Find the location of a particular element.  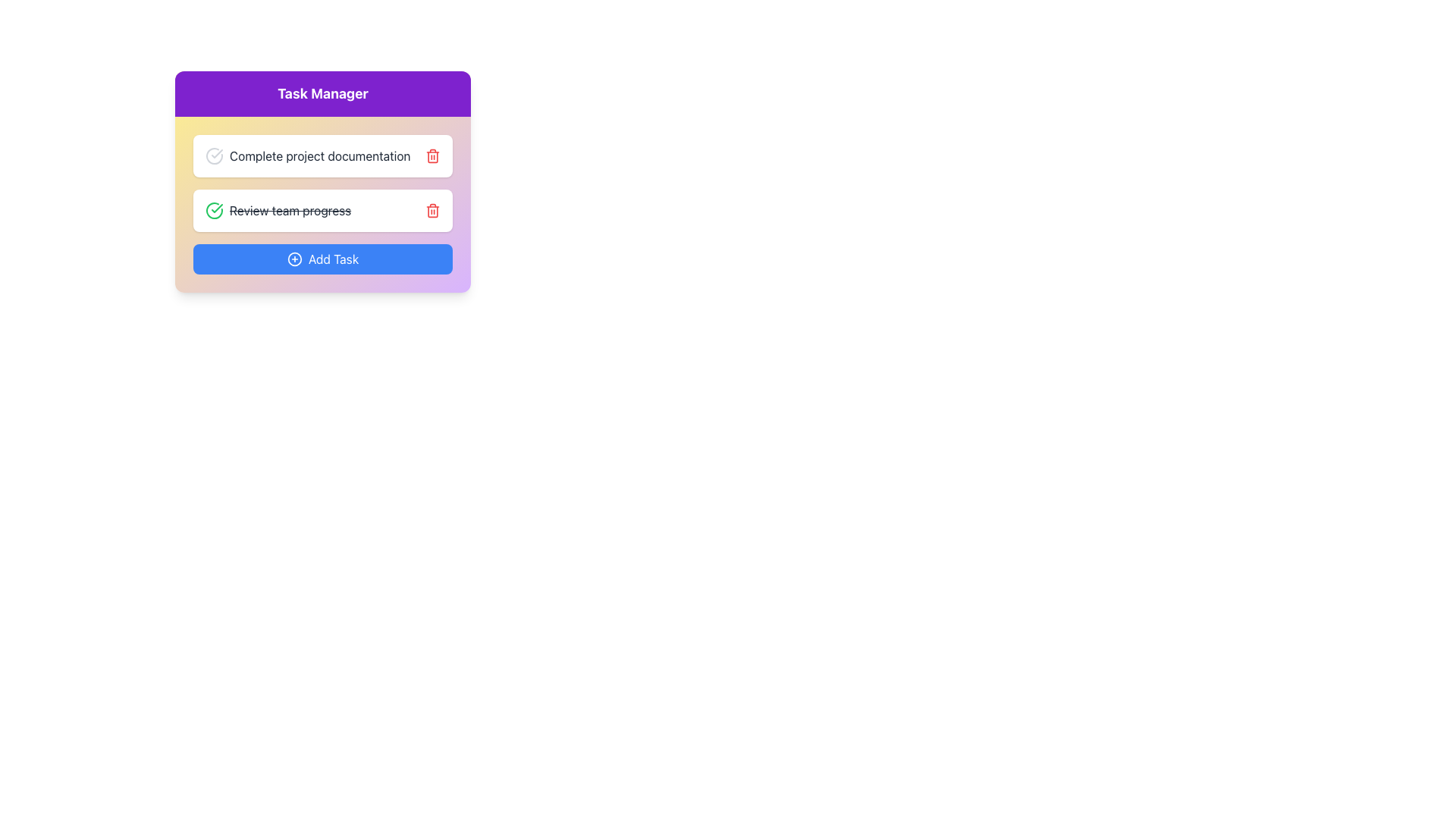

the task text 'Review team progress' by tapping on it is located at coordinates (322, 205).